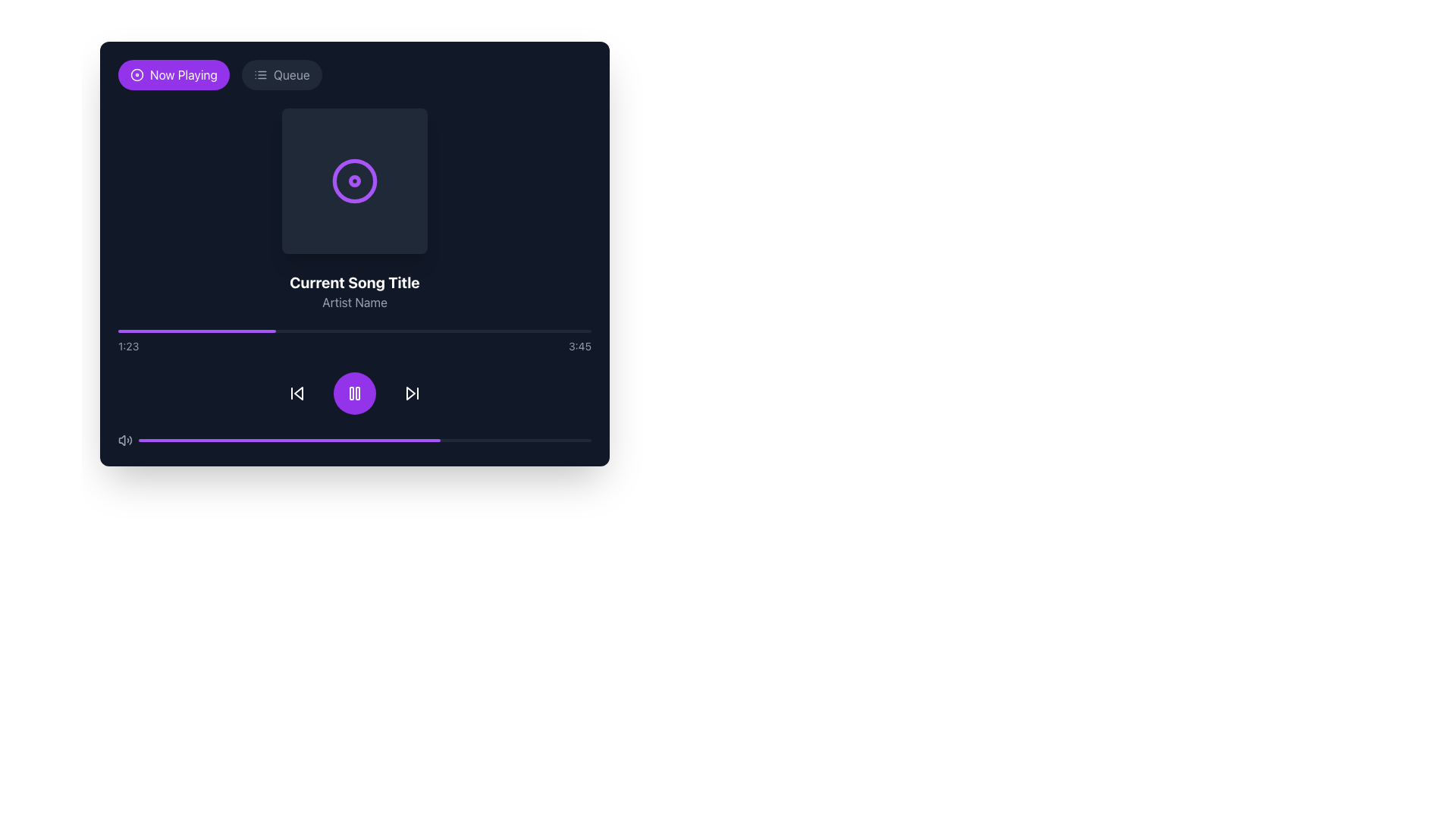 The height and width of the screenshot is (819, 1456). What do you see at coordinates (353, 393) in the screenshot?
I see `the pause button for media playback, located at the center bottom of the interface` at bounding box center [353, 393].